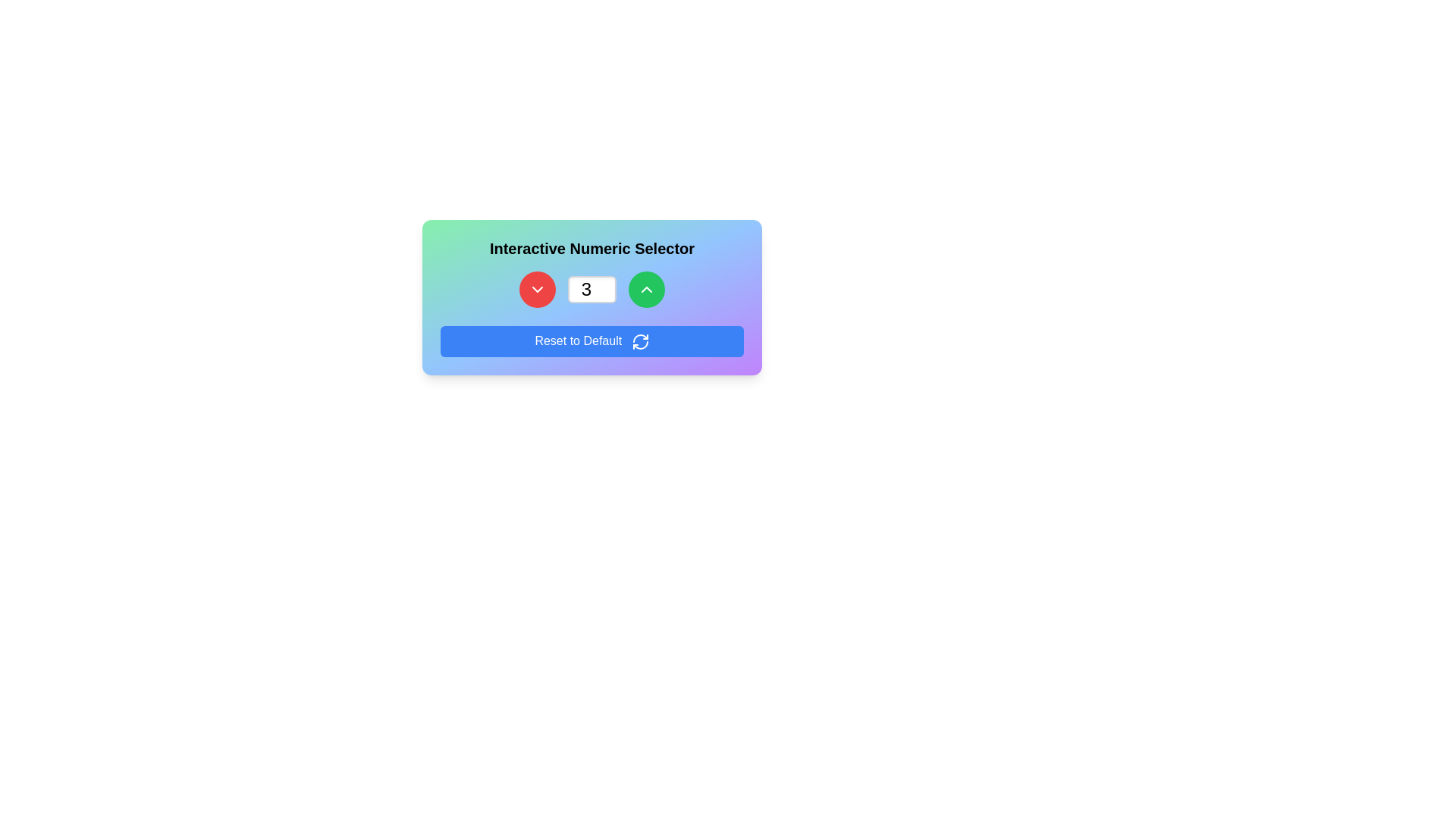 The width and height of the screenshot is (1456, 819). What do you see at coordinates (640, 341) in the screenshot?
I see `the graphical icon located within the 'Reset to Default' button, which is positioned towards its right end and serves to reset or refresh data or settings` at bounding box center [640, 341].